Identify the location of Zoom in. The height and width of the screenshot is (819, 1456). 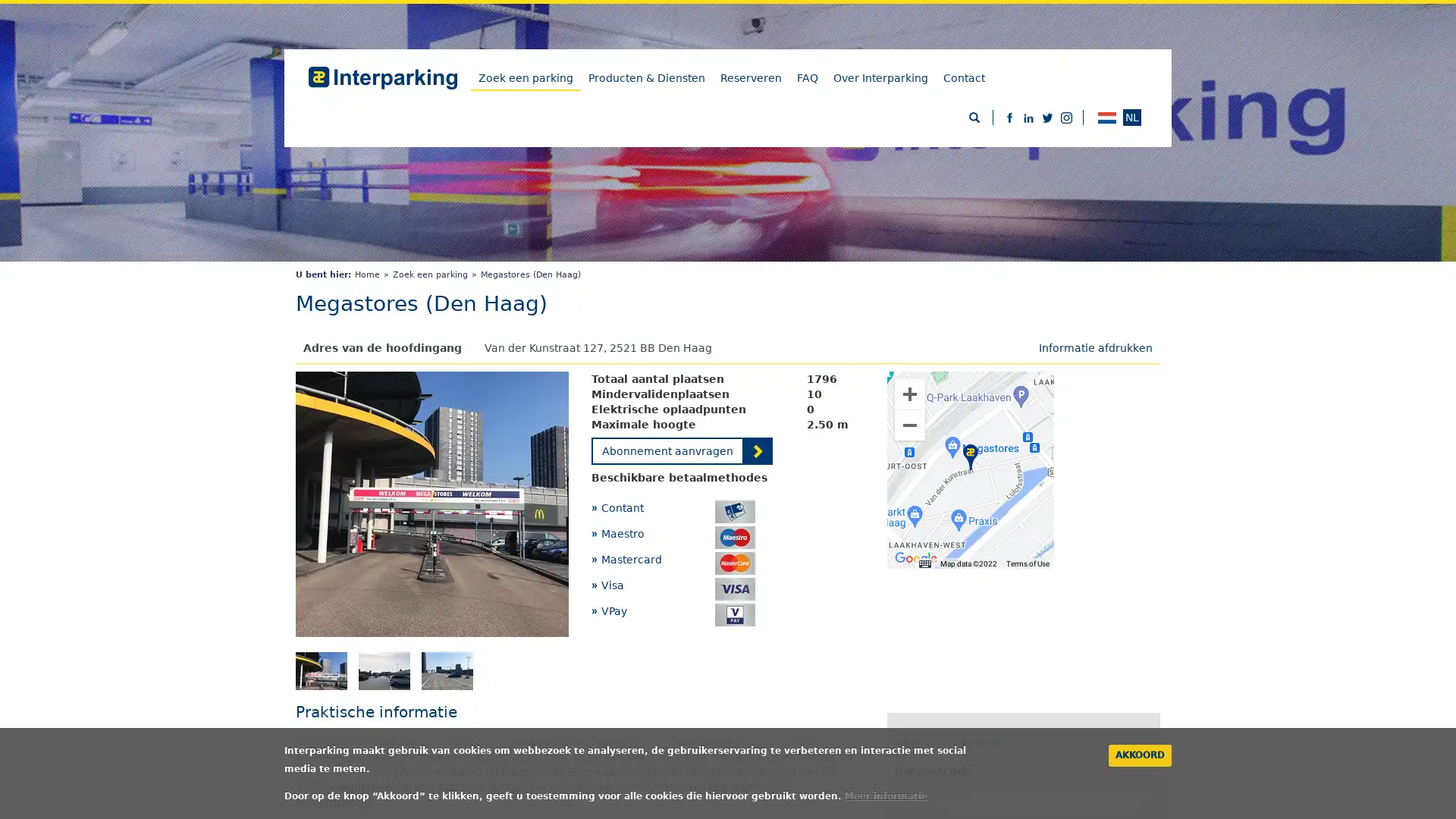
(910, 394).